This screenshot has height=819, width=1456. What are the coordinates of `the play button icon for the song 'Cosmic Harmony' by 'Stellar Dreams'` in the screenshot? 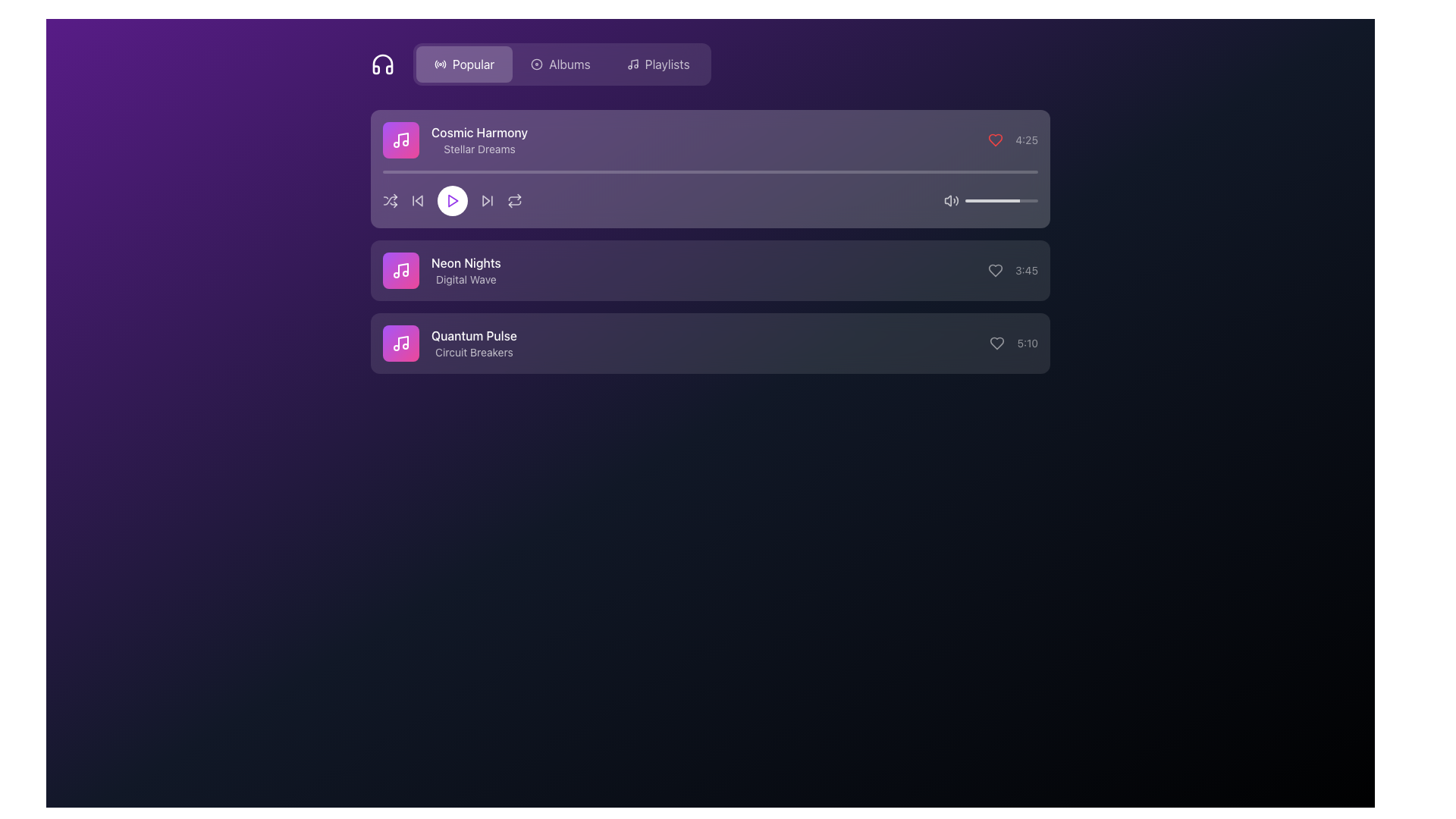 It's located at (452, 200).